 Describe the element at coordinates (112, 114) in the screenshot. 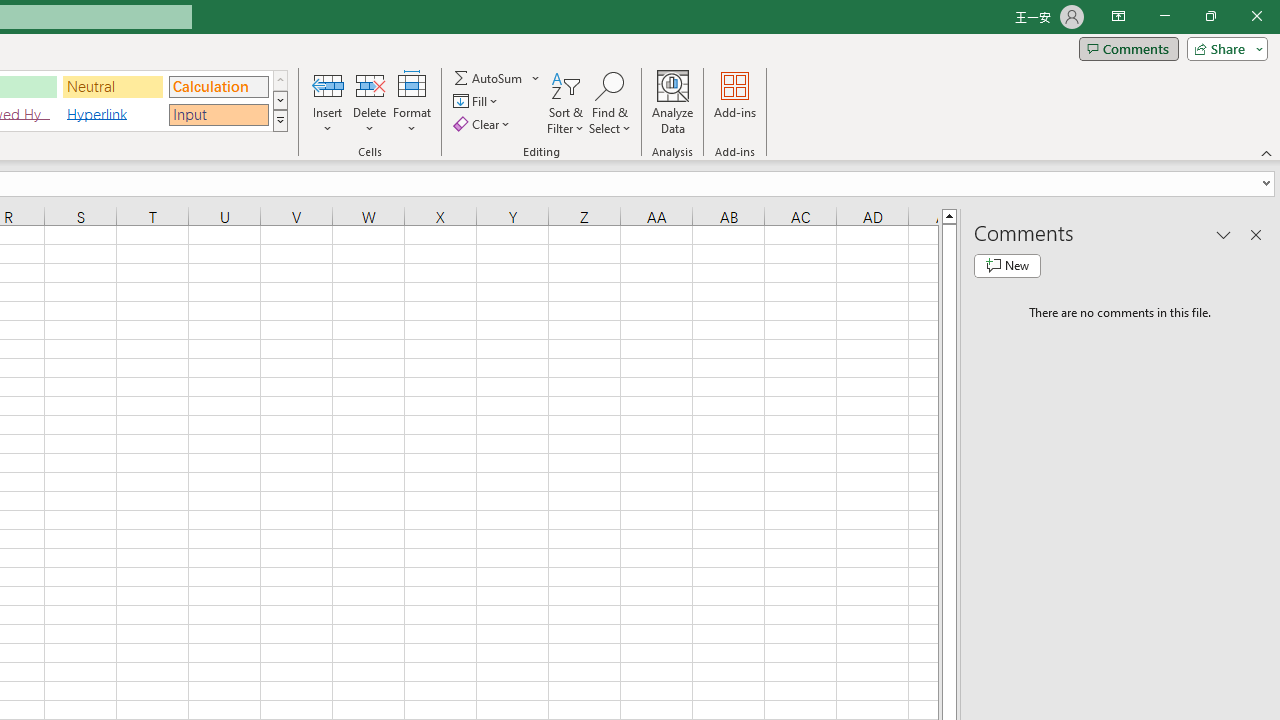

I see `'Hyperlink'` at that location.